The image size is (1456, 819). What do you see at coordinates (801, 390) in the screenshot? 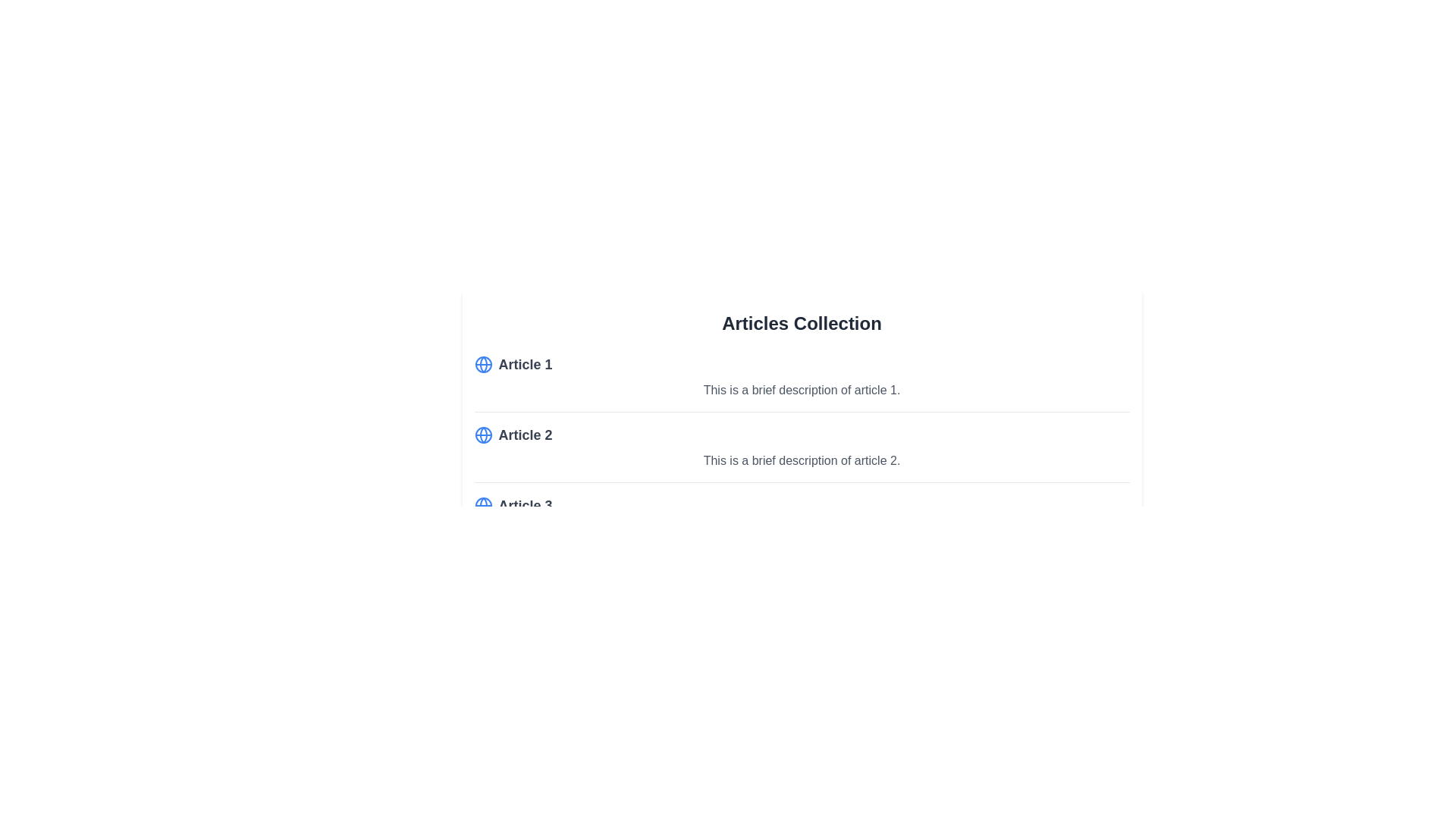
I see `the Text label that provides a short summary or description for 'Article 1', located directly below the header and aligned with the article title and icon` at bounding box center [801, 390].